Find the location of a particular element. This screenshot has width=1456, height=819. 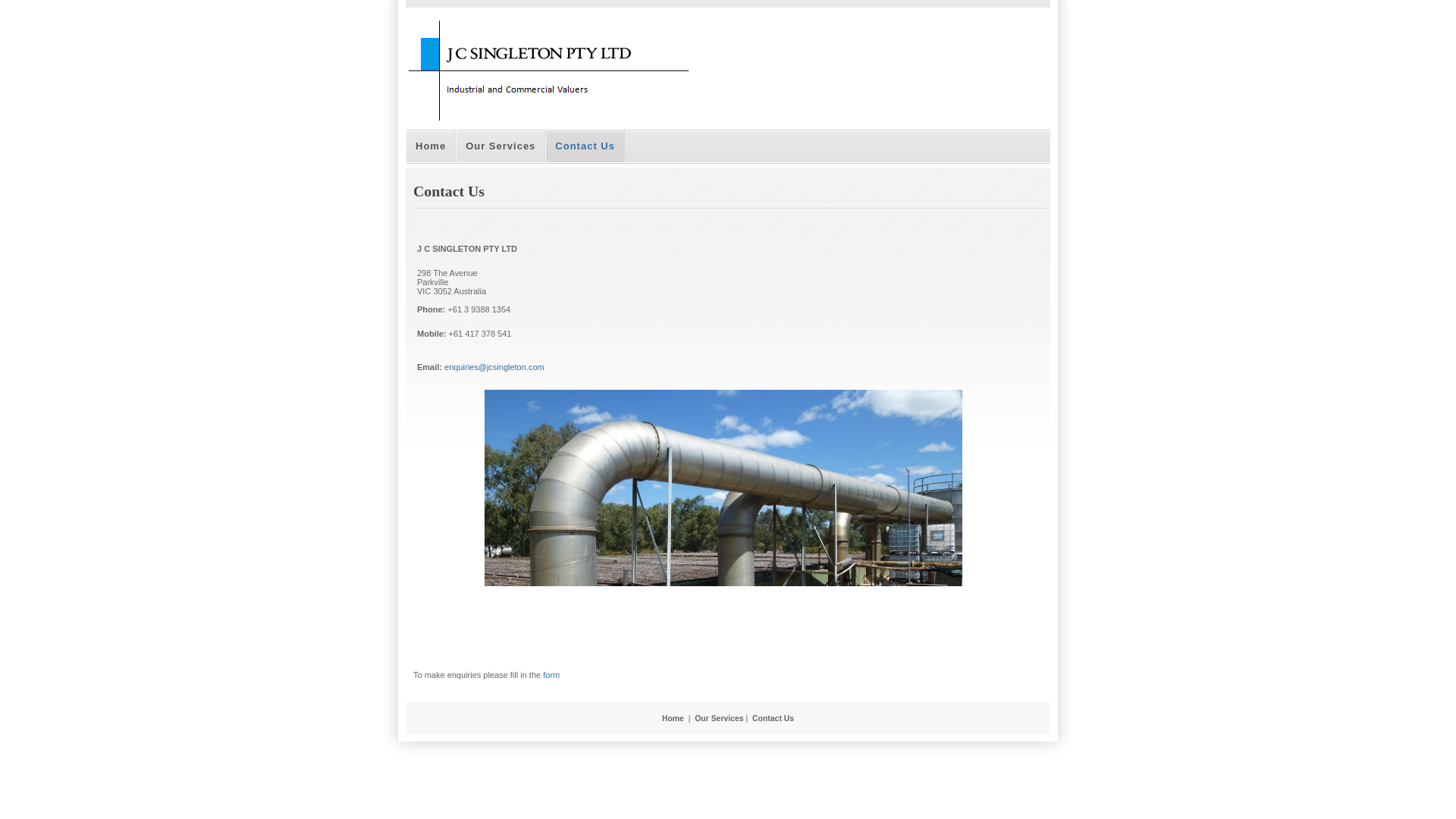

'Contact Us' is located at coordinates (584, 146).